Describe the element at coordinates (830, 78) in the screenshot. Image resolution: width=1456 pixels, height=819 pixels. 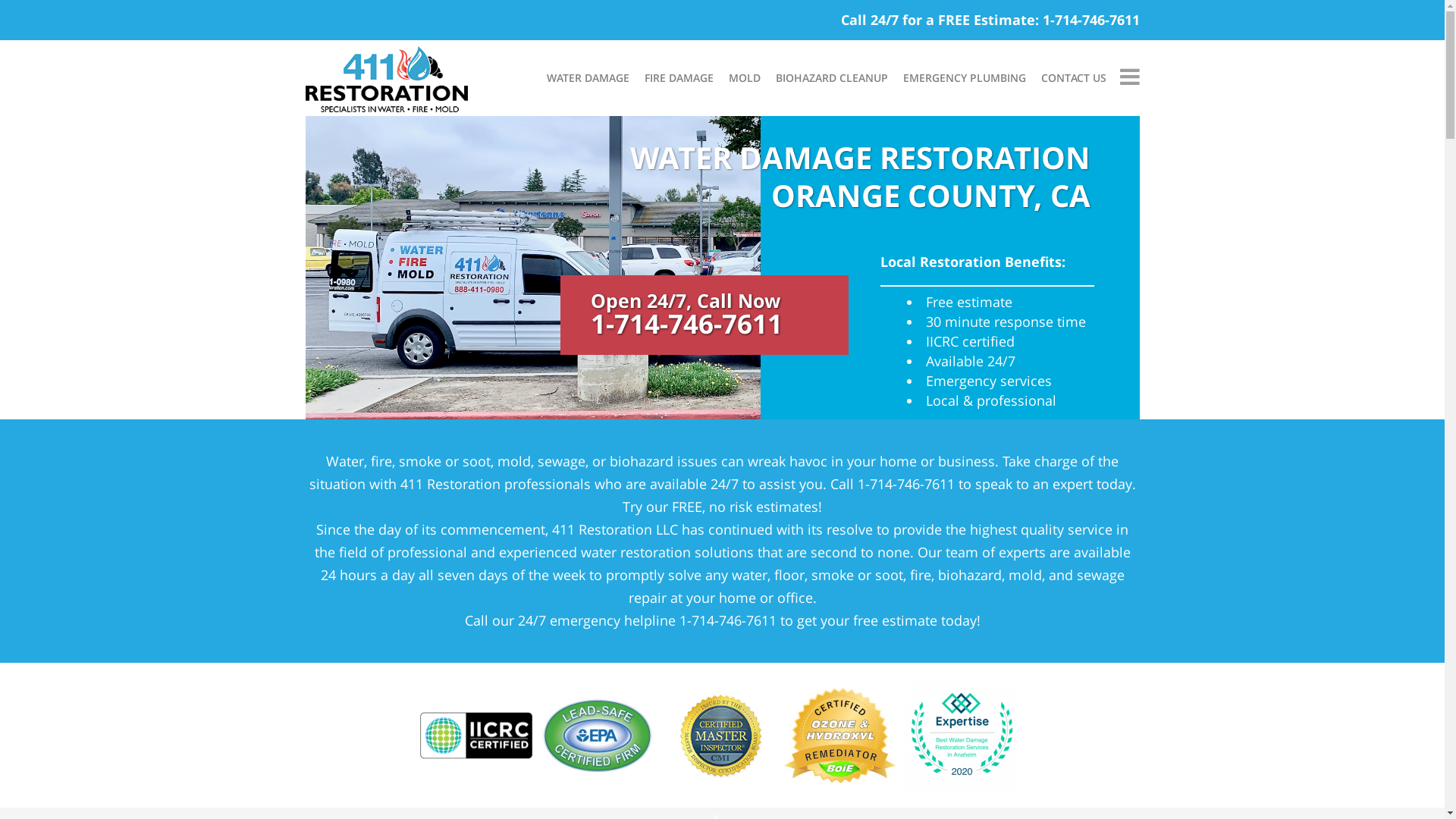
I see `'BIOHAZARD CLEANUP'` at that location.